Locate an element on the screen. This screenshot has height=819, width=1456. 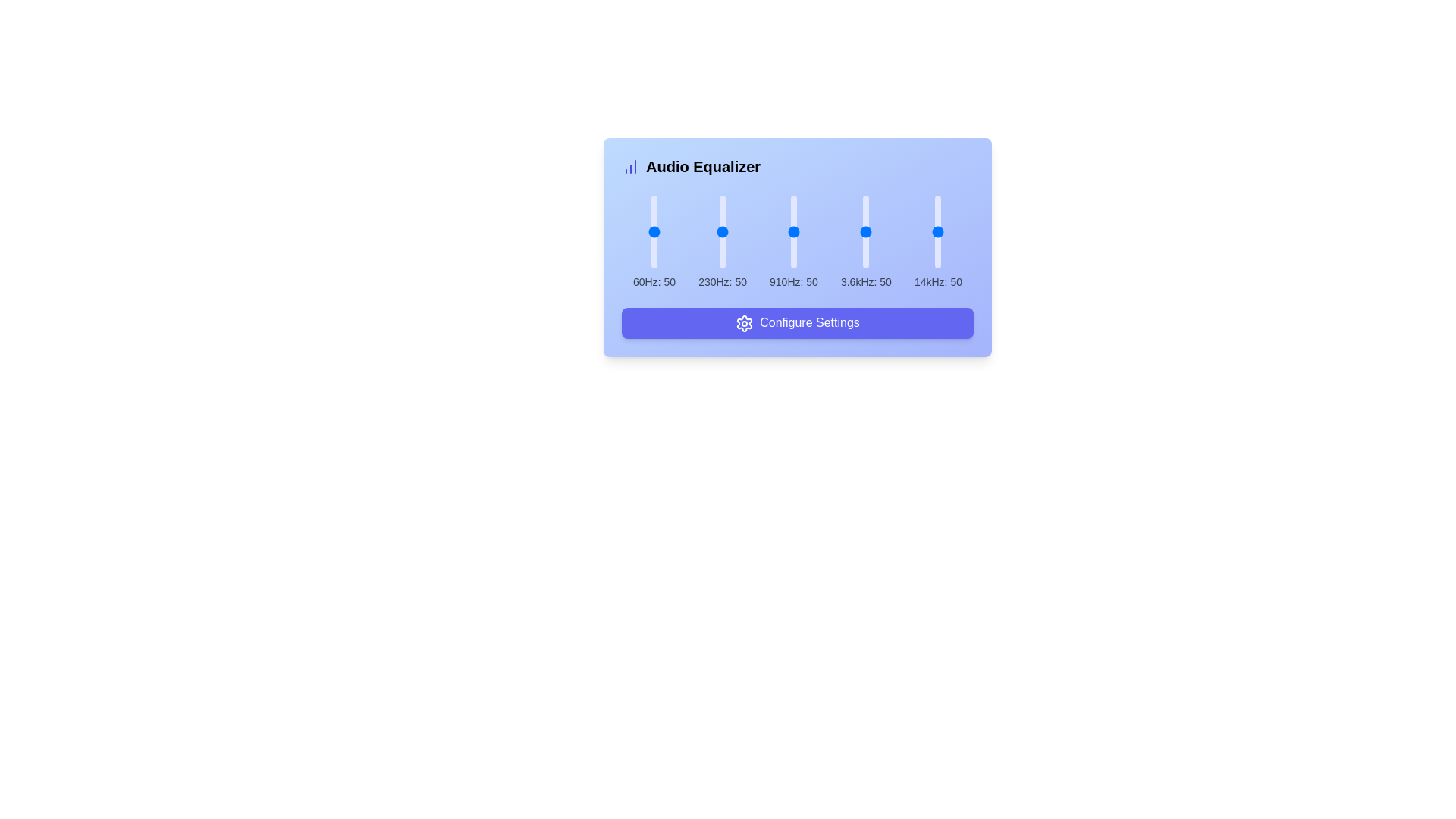
the 230Hz band value is located at coordinates (722, 215).